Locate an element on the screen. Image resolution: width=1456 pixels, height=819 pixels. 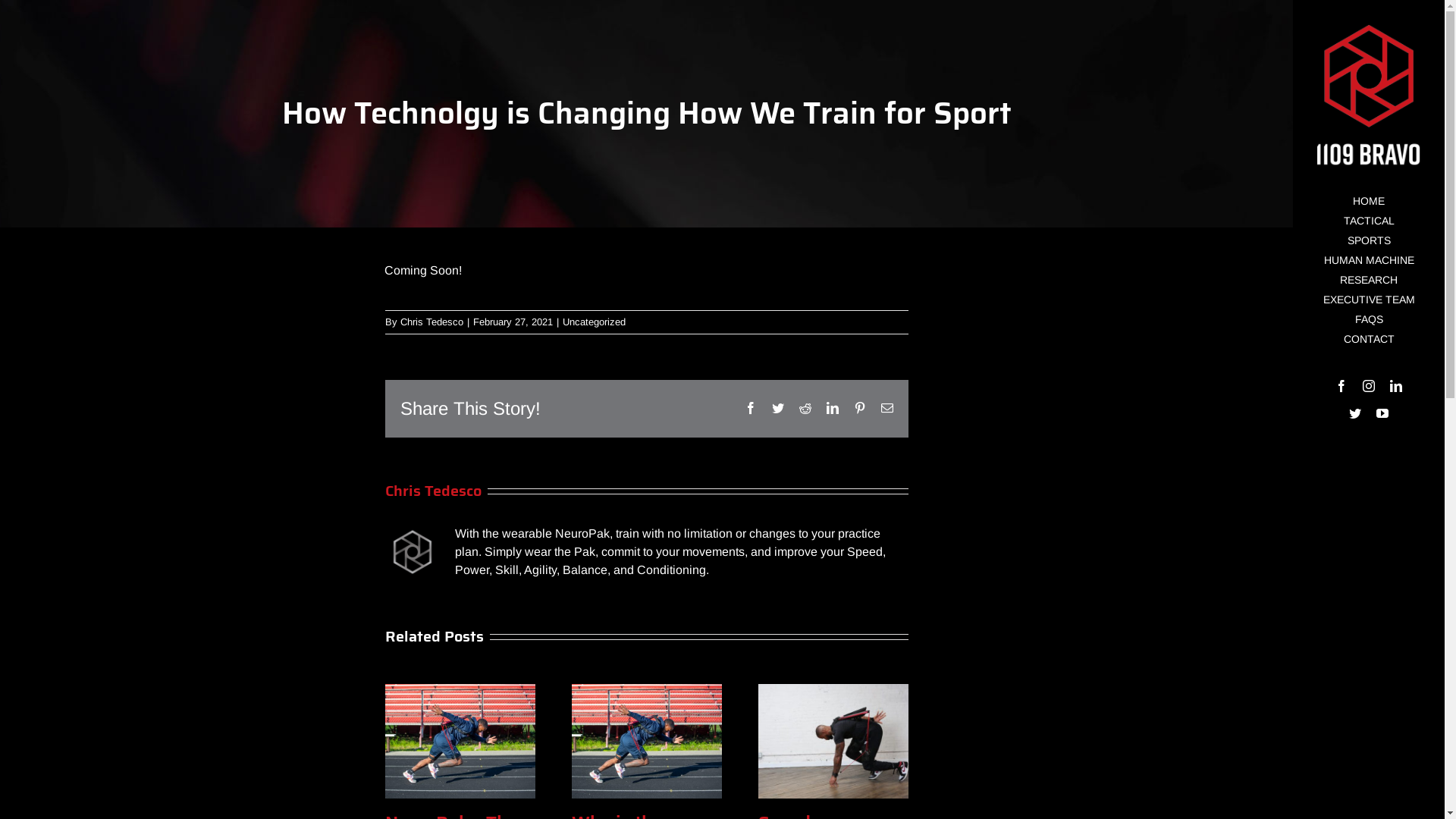
'Facebook' is located at coordinates (1335, 385).